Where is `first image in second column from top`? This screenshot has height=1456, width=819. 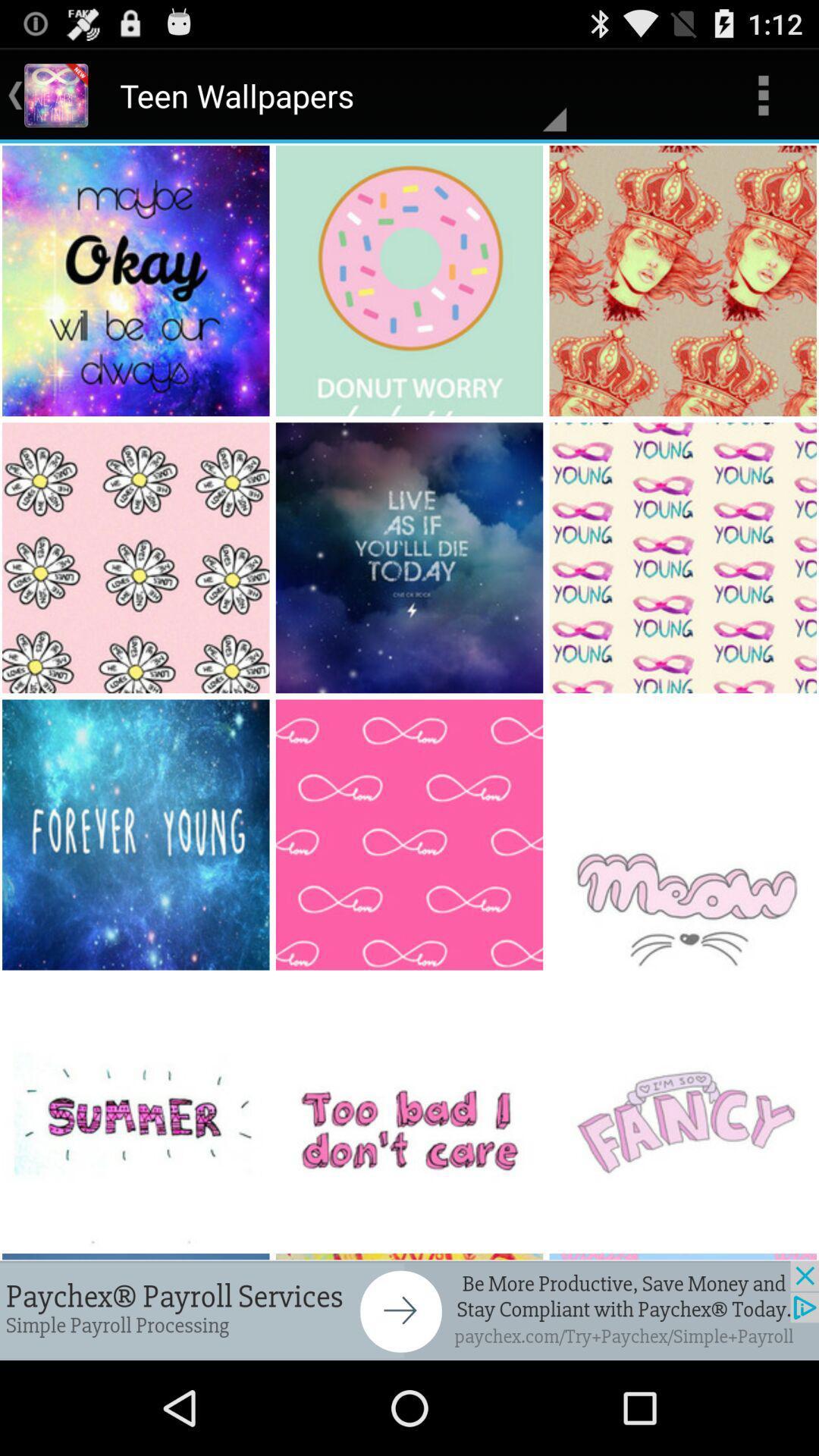 first image in second column from top is located at coordinates (410, 281).